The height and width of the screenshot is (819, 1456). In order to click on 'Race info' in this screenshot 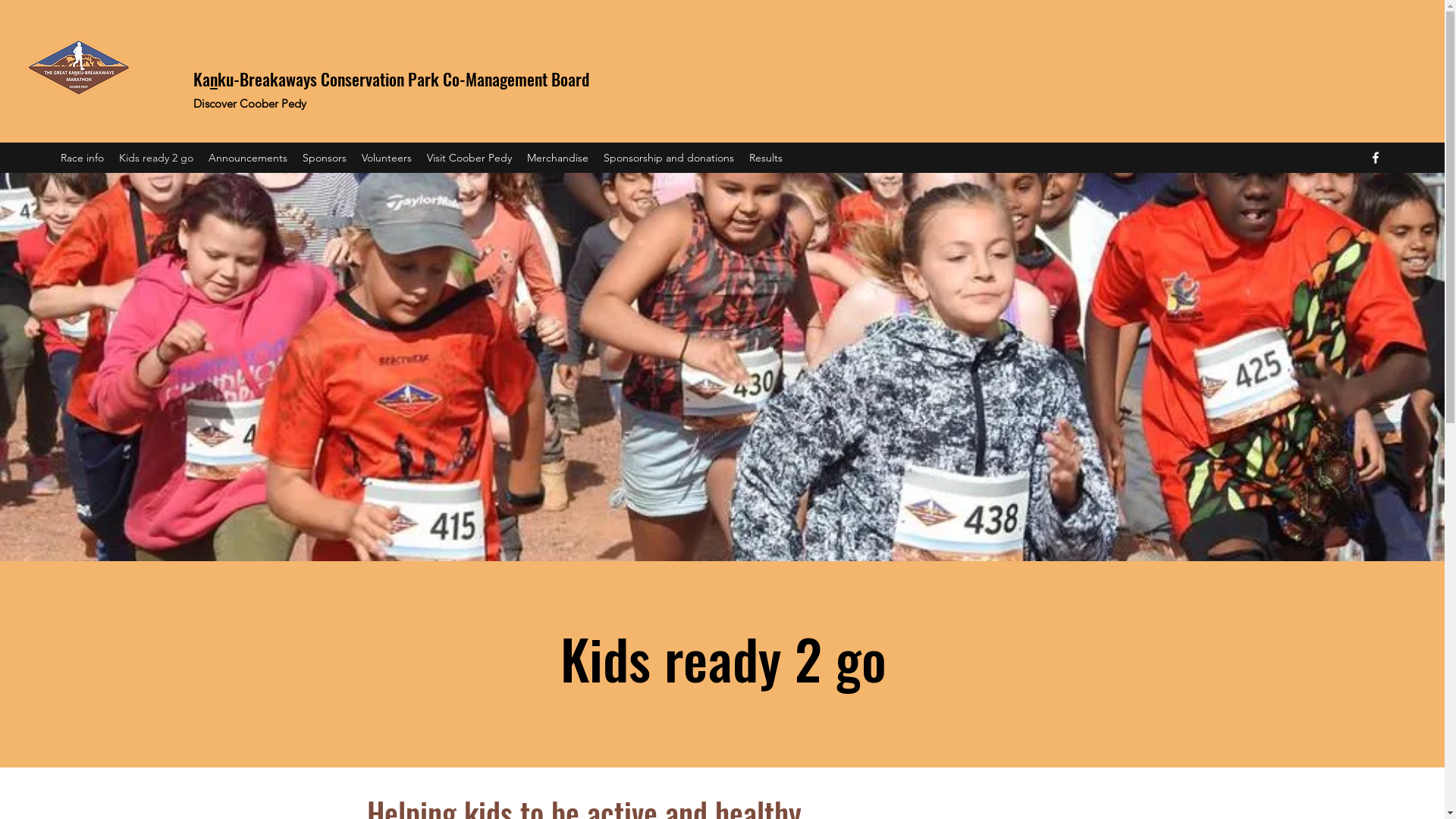, I will do `click(81, 158)`.